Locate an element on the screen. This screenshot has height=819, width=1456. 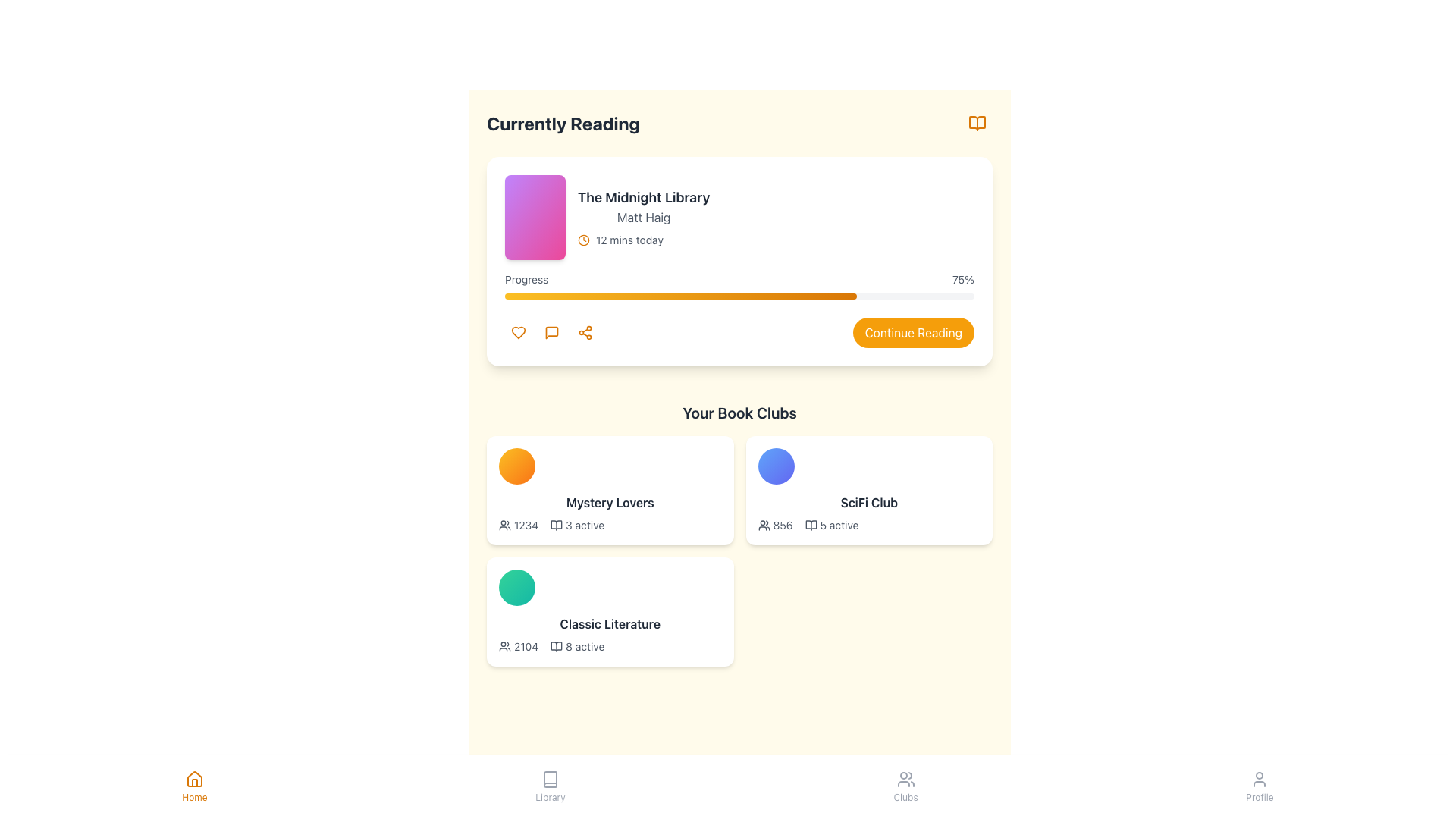
the small outline-style icon resembling a group of people located at the bottom-left corner of the 'Classic Literature' card under 'Your Book Clubs', which is directly to the left of the number '2104' is located at coordinates (505, 646).